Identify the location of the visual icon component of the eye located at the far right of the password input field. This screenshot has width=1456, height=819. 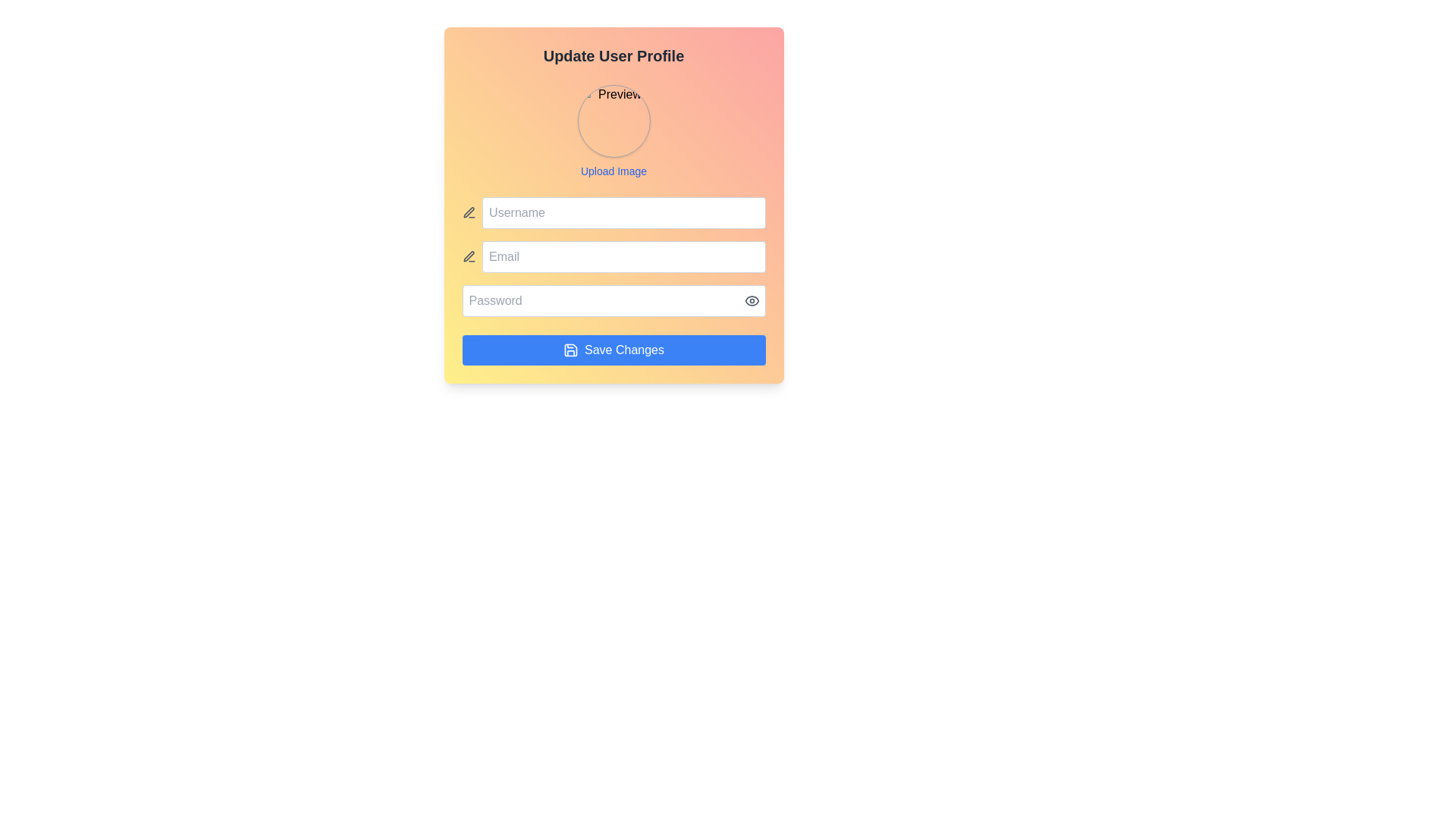
(752, 301).